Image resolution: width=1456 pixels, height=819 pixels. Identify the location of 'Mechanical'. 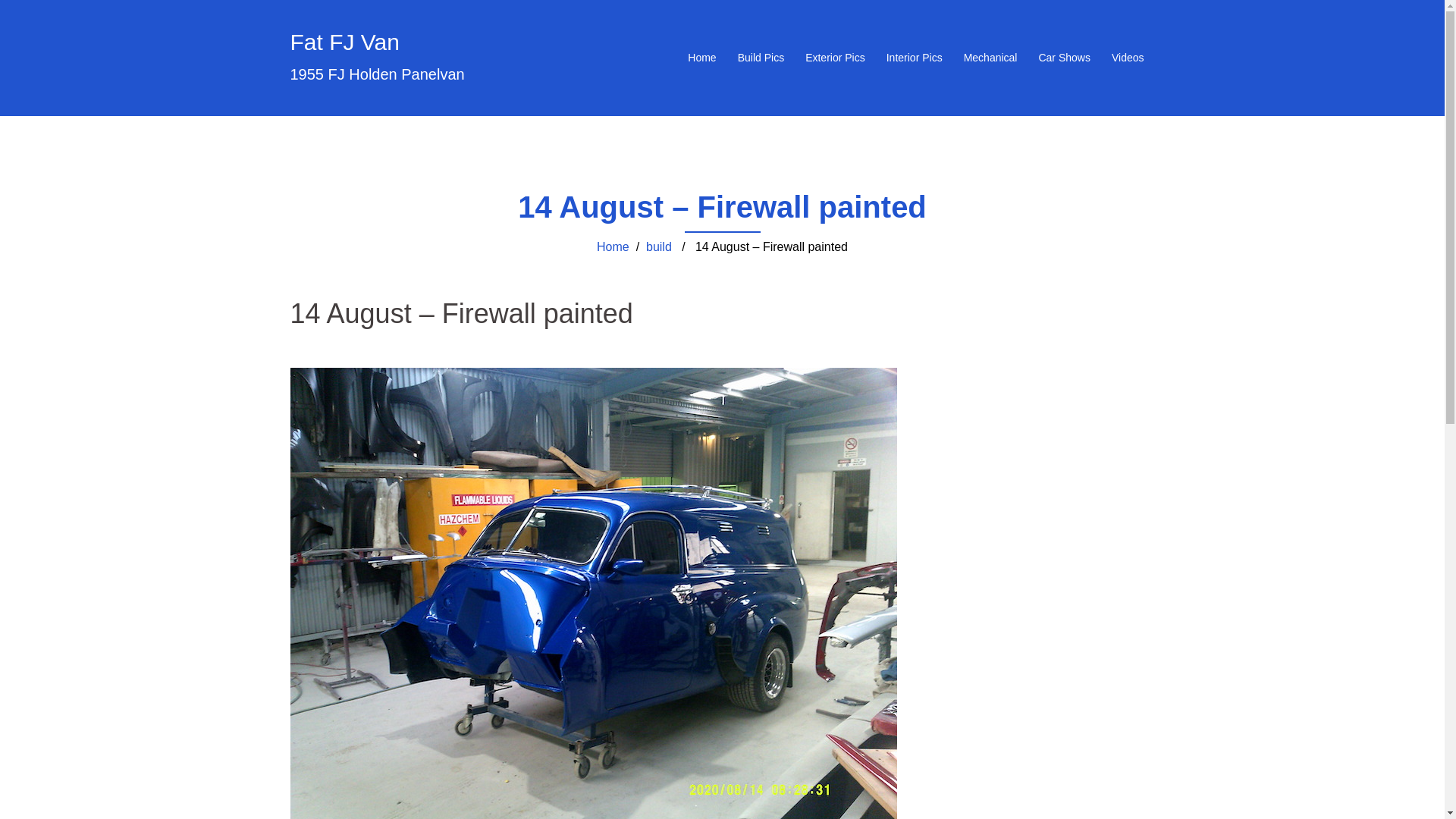
(990, 57).